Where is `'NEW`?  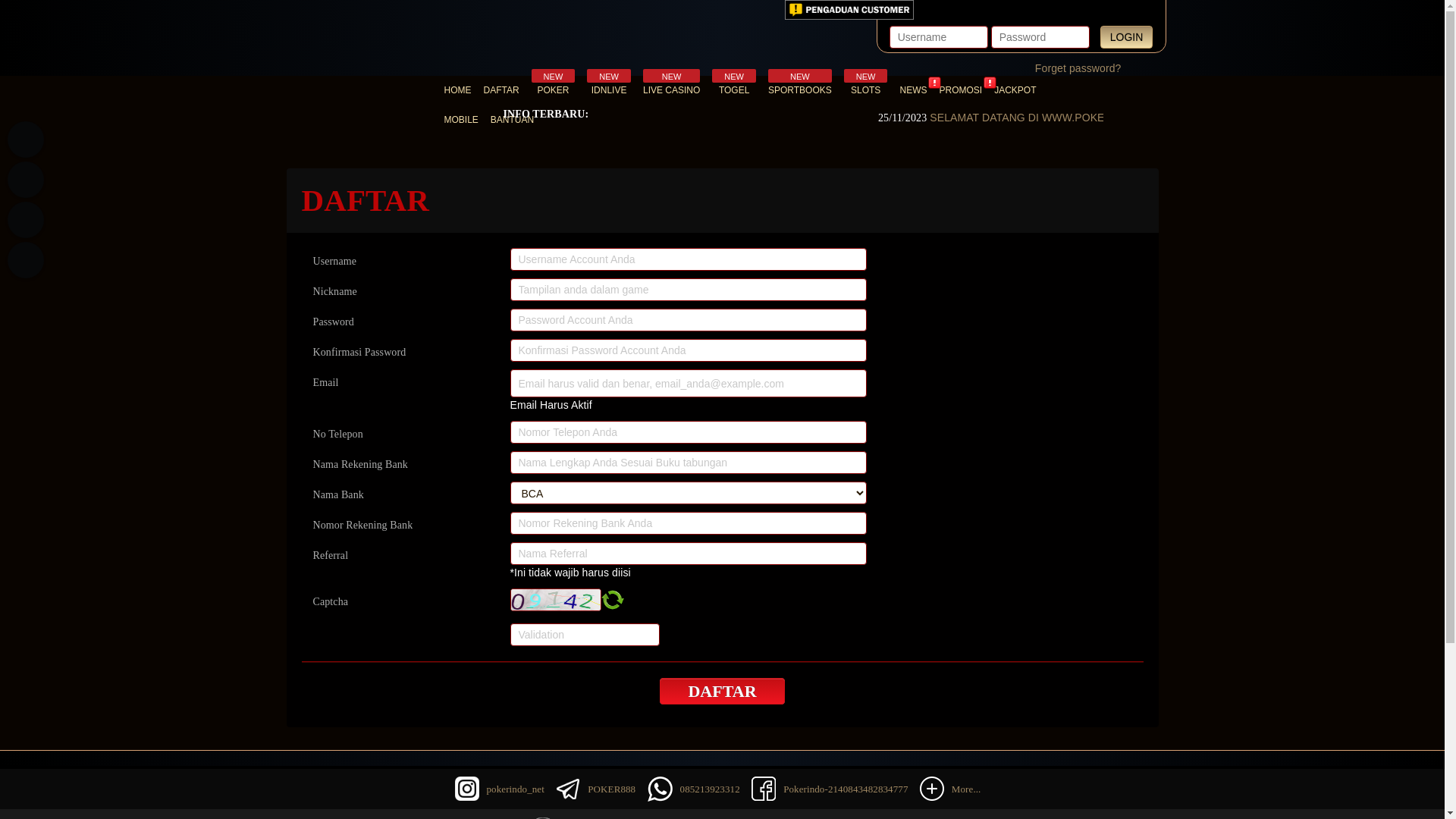 'NEW is located at coordinates (670, 90).